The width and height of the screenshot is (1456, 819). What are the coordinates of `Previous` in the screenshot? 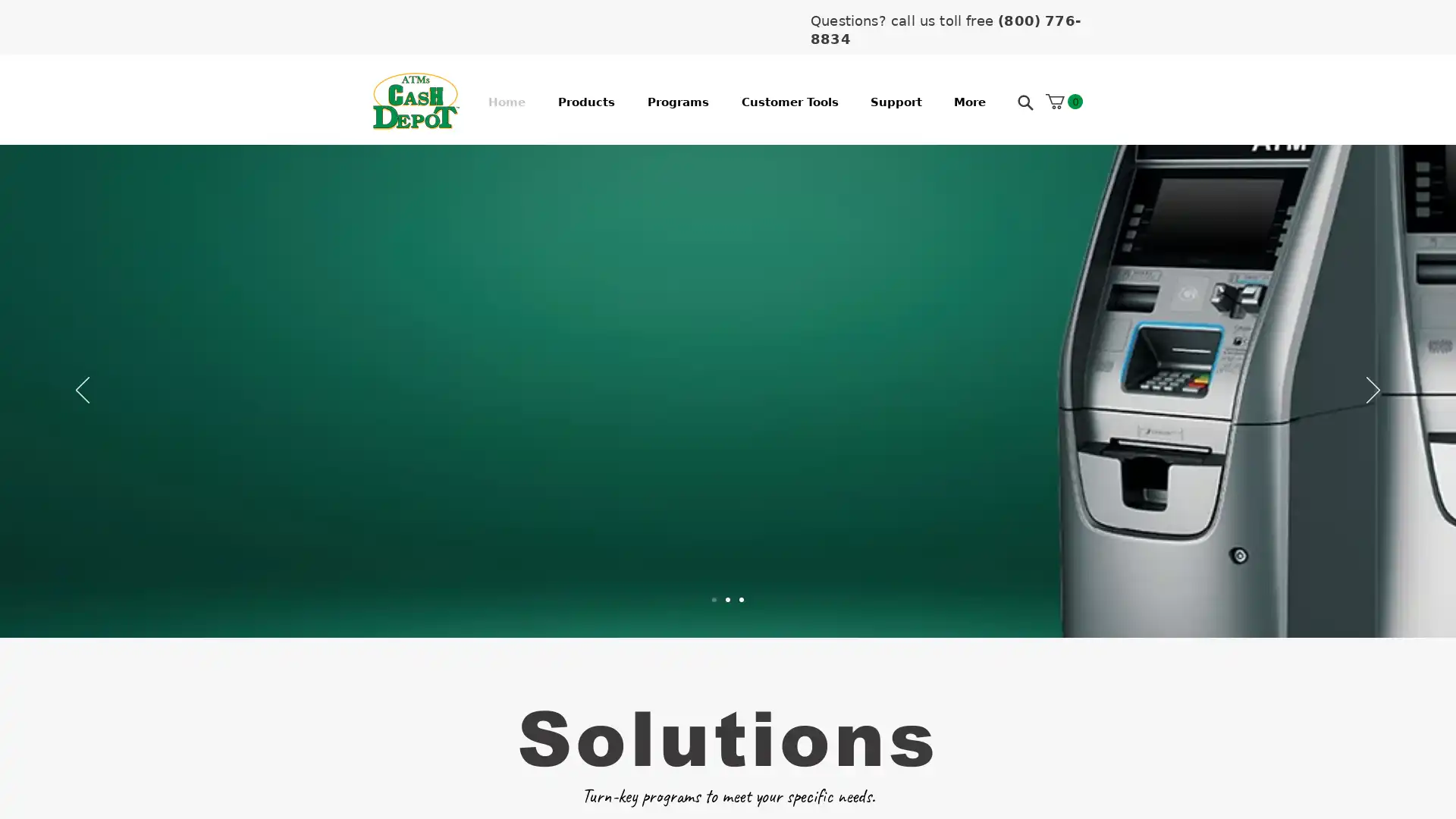 It's located at (82, 390).